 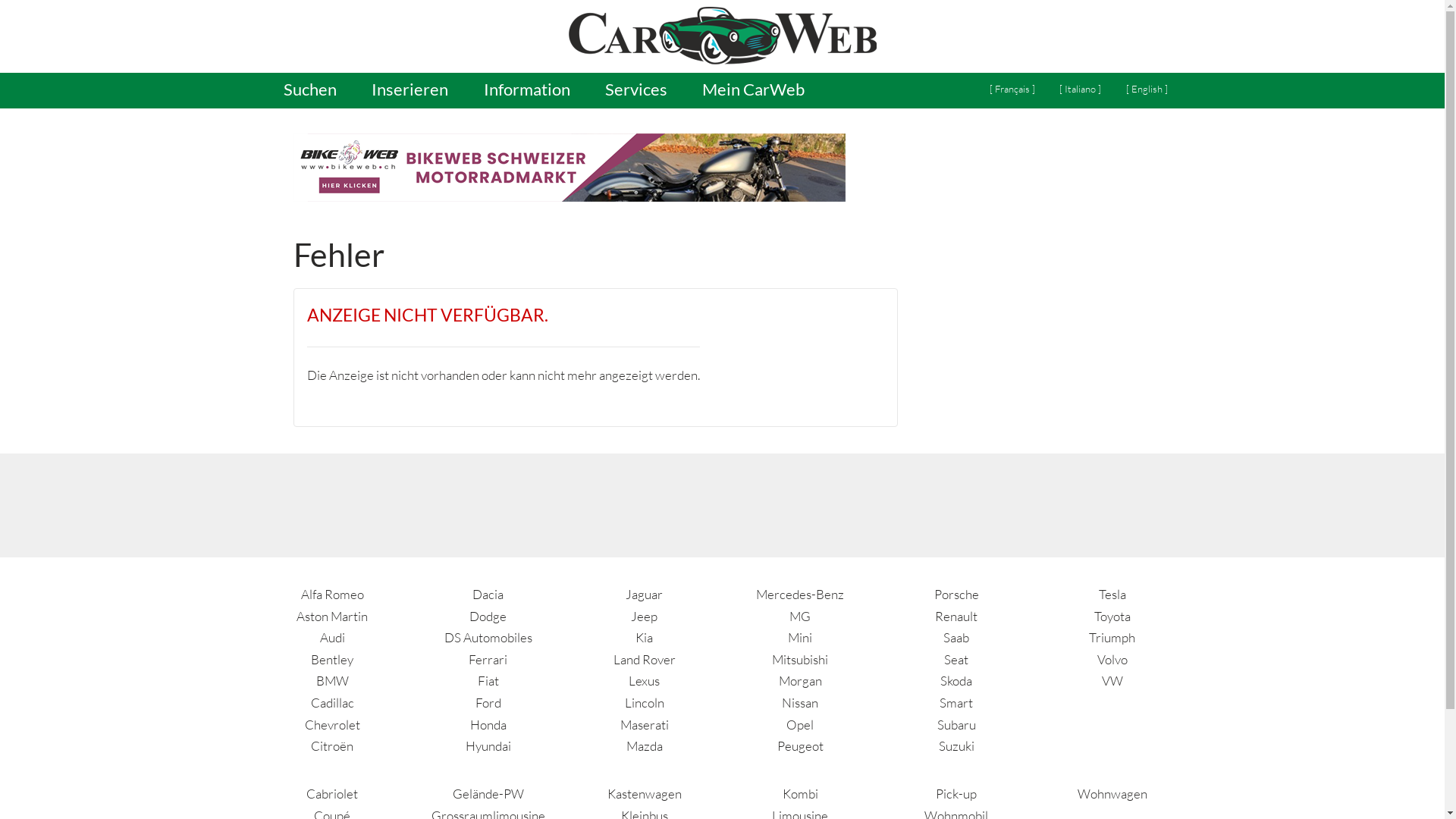 What do you see at coordinates (955, 723) in the screenshot?
I see `'Subaru'` at bounding box center [955, 723].